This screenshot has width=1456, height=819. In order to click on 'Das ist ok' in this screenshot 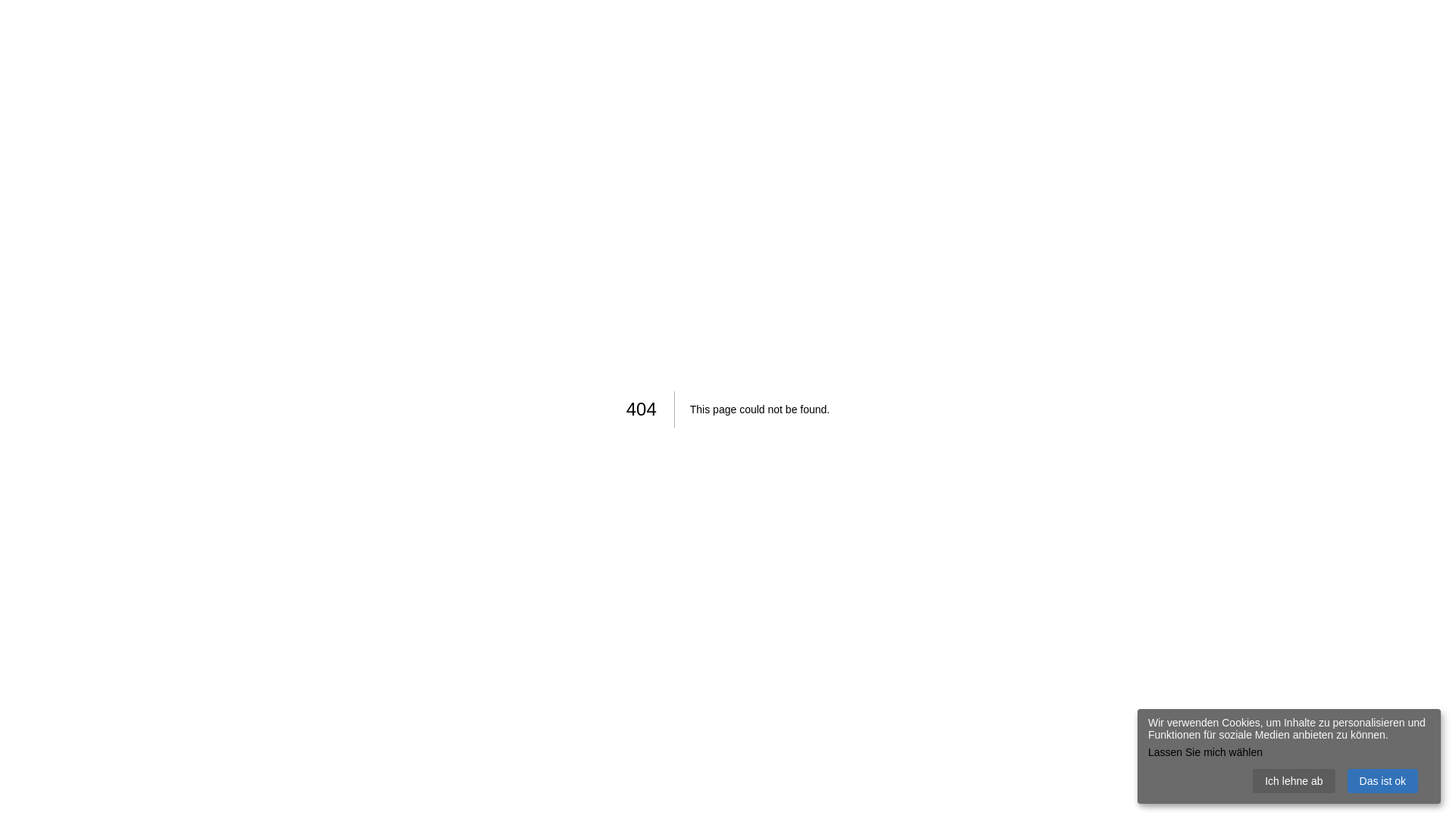, I will do `click(1347, 780)`.